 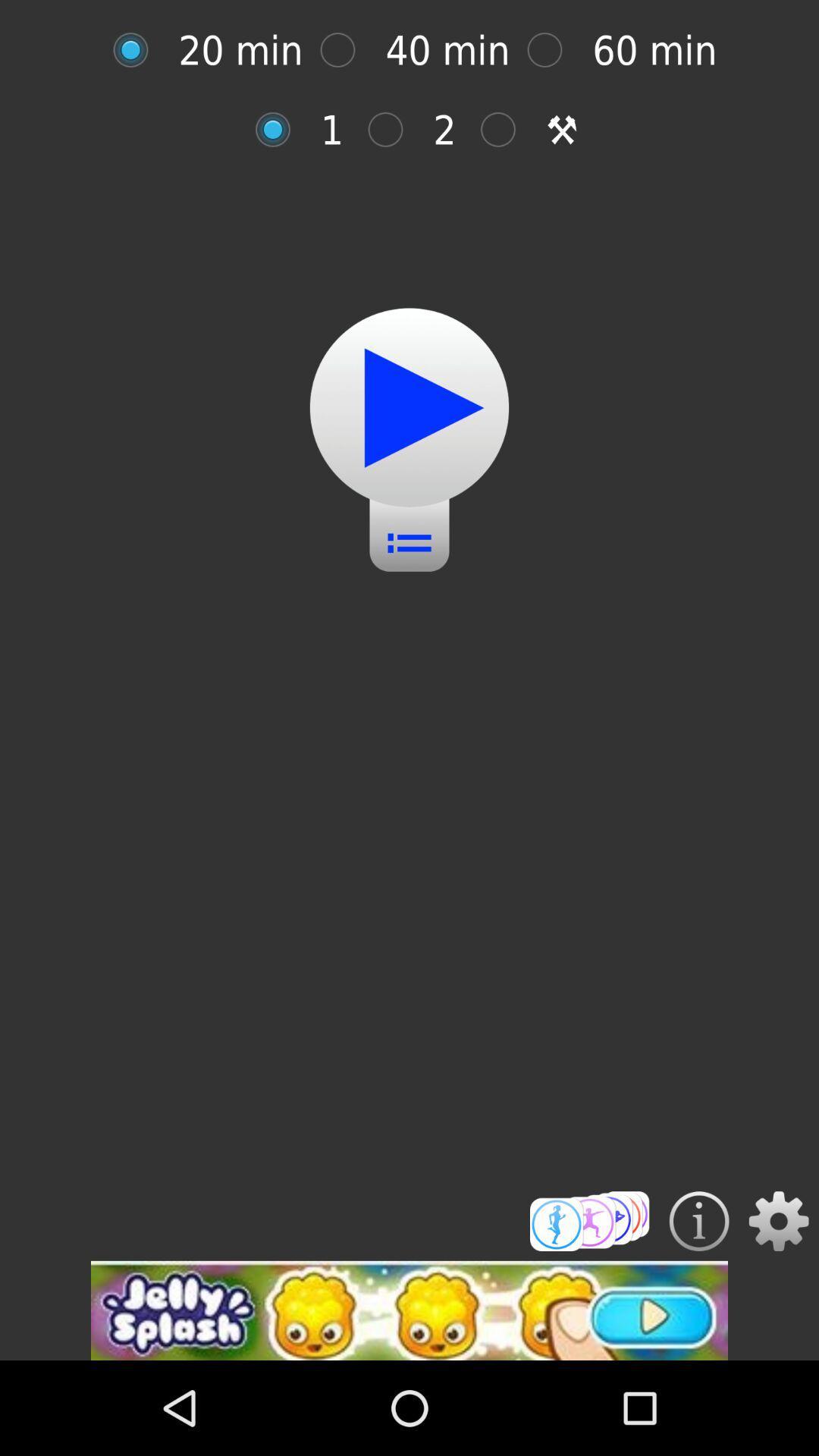 What do you see at coordinates (409, 1310) in the screenshot?
I see `advertisement` at bounding box center [409, 1310].